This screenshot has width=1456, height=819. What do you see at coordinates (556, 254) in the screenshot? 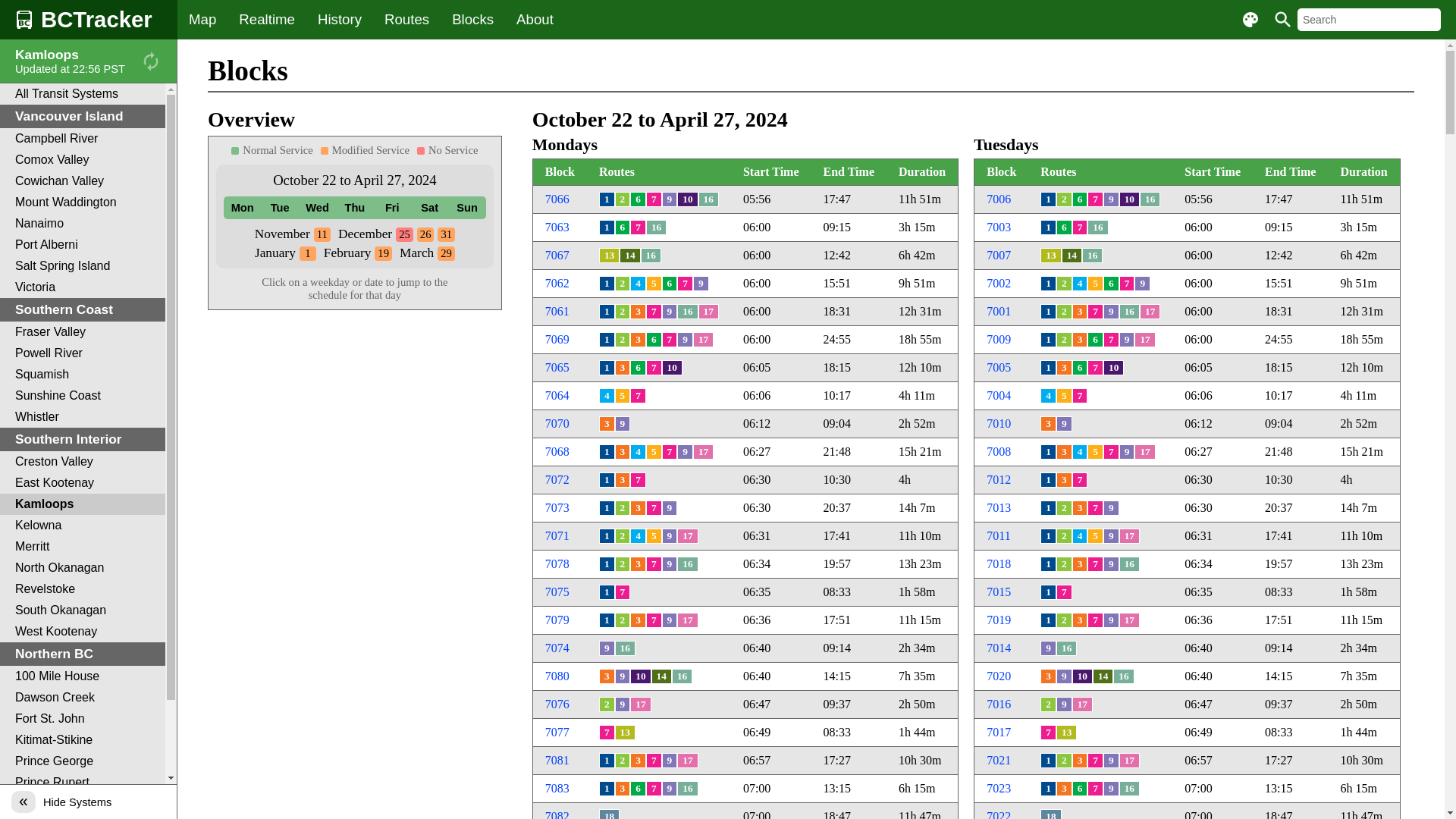
I see `'7067'` at bounding box center [556, 254].